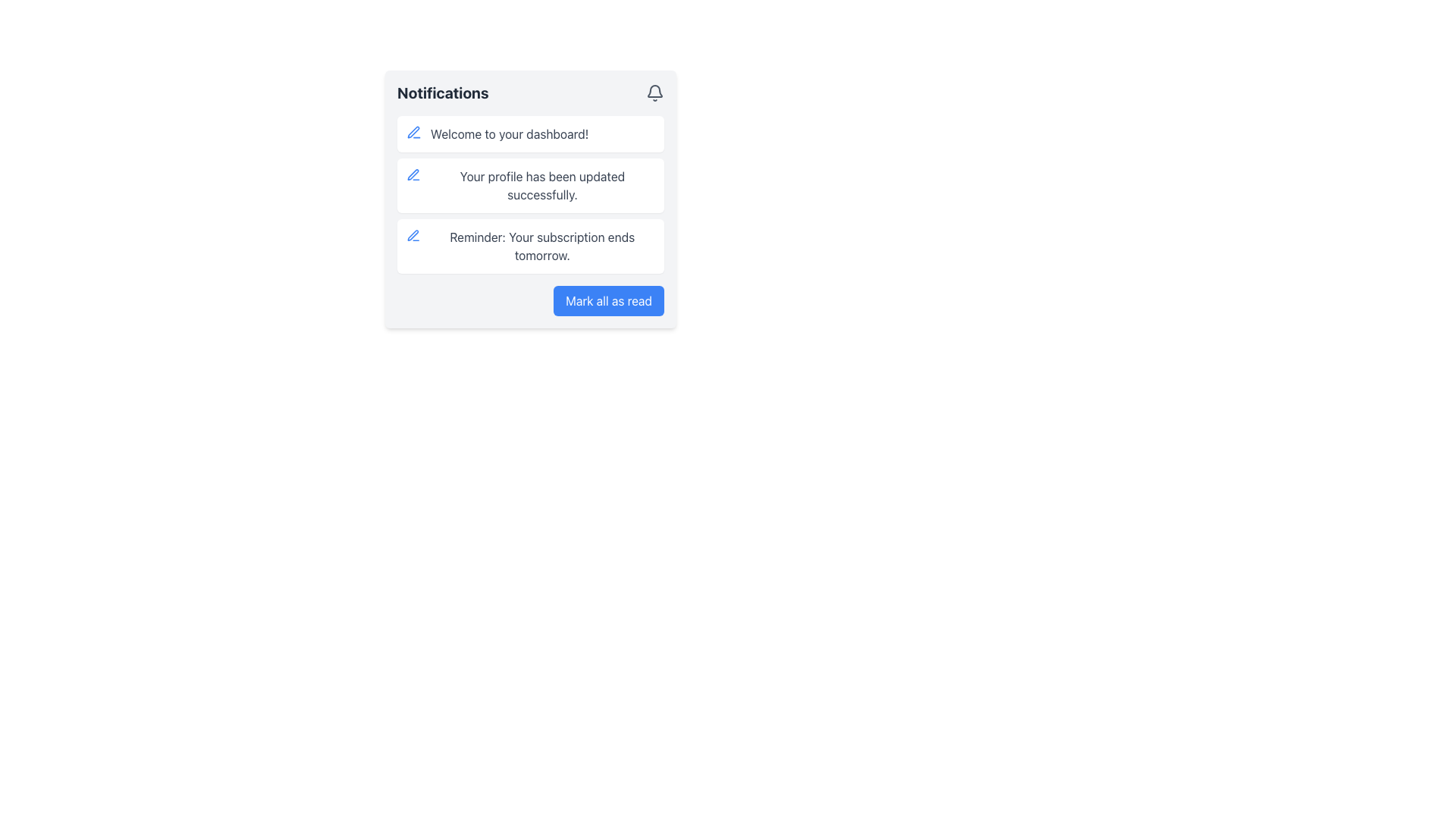  Describe the element at coordinates (542, 185) in the screenshot. I see `the informational text label that notifies the user their profile has been successfully updated, located in the middle of a vertical list of notifications` at that location.